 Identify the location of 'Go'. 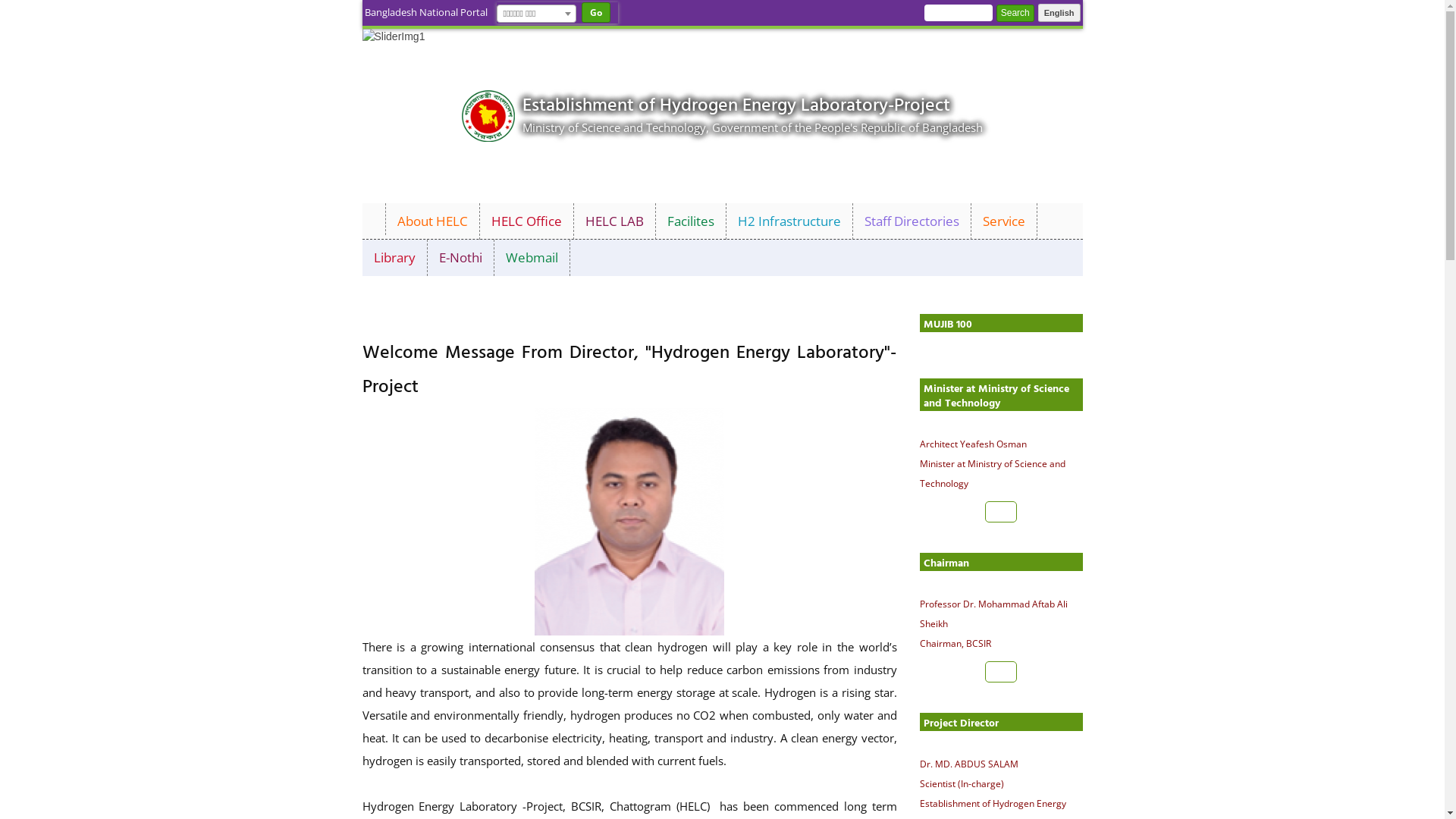
(595, 12).